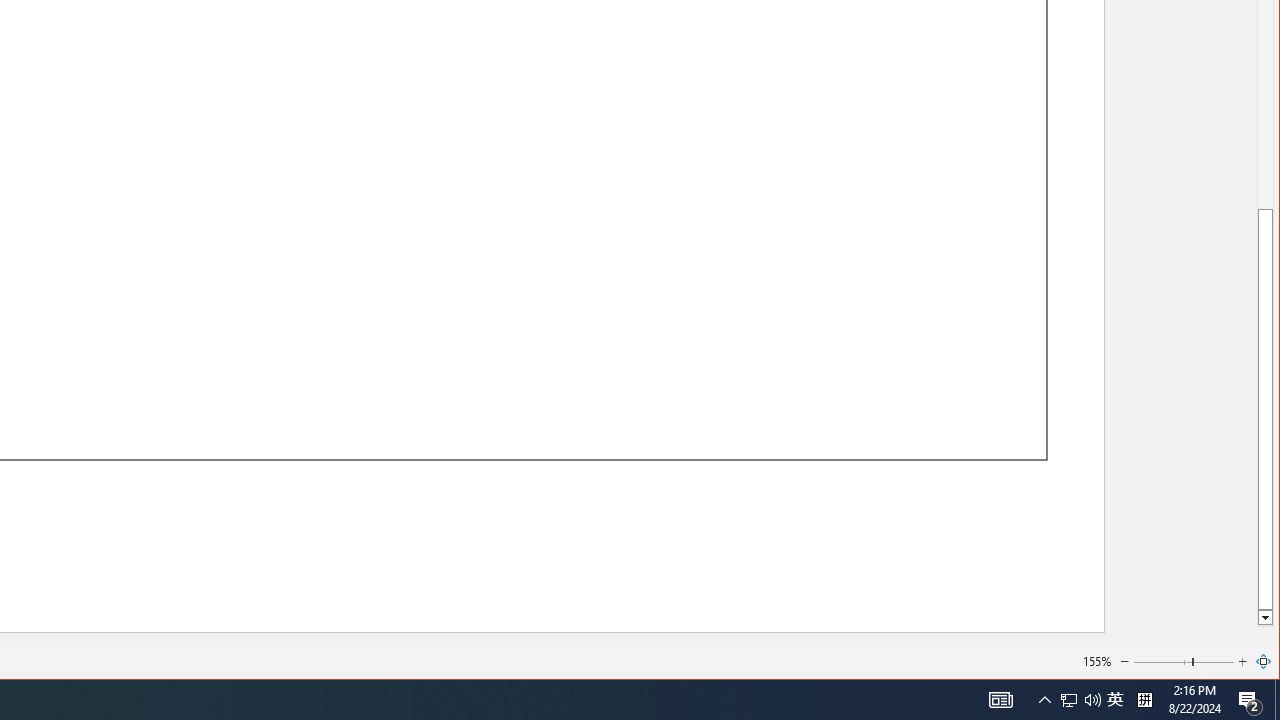 The image size is (1280, 720). Describe the element at coordinates (1162, 662) in the screenshot. I see `'Page left'` at that location.